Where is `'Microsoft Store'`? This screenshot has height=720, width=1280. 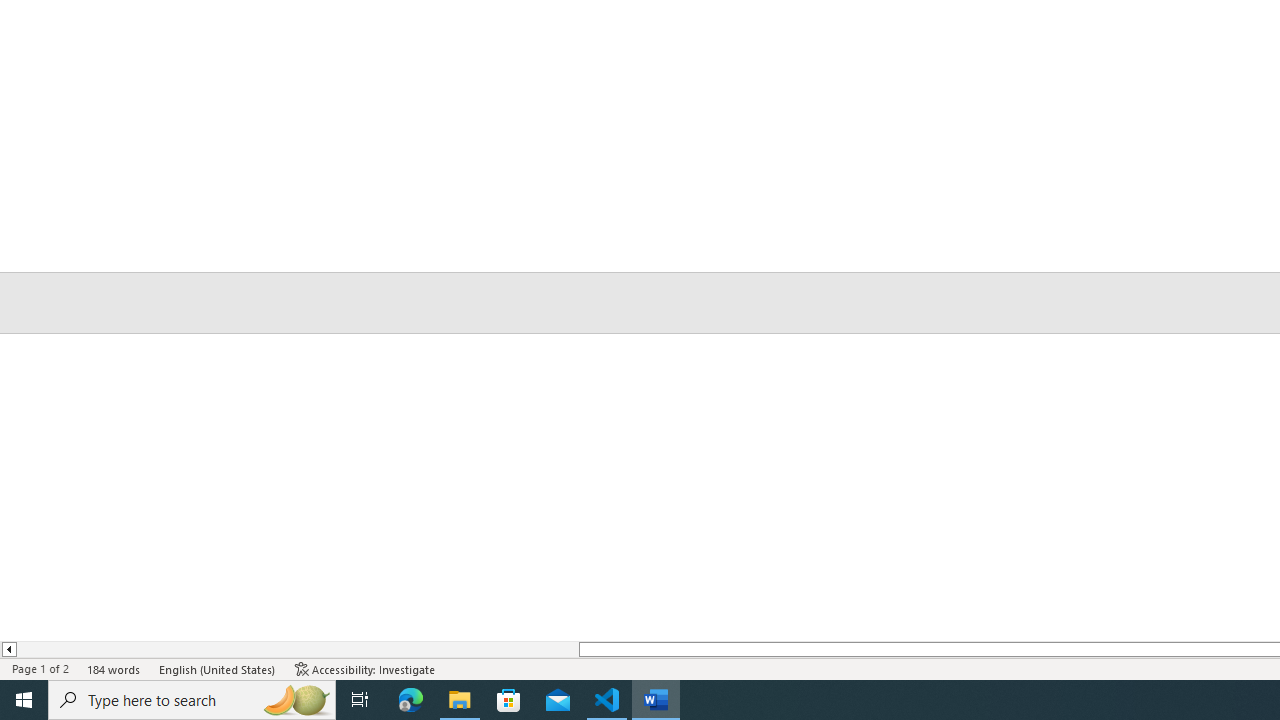
'Microsoft Store' is located at coordinates (509, 698).